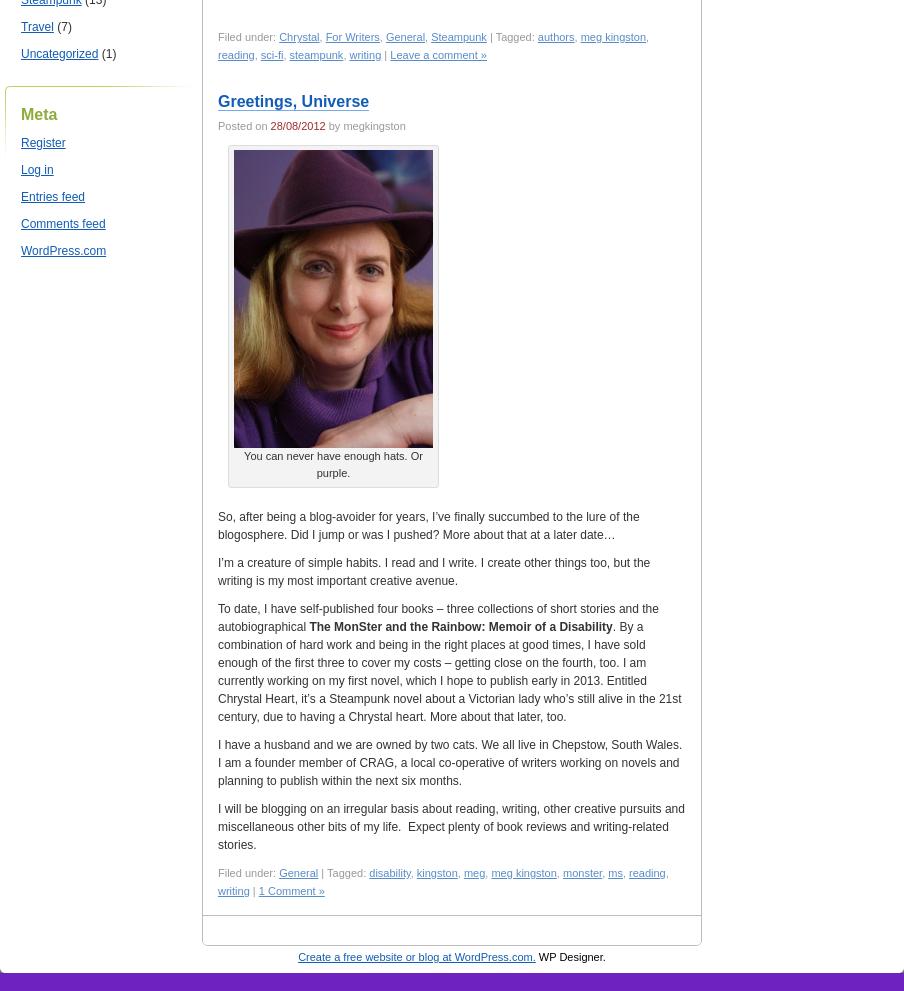  What do you see at coordinates (19, 196) in the screenshot?
I see `'Entries feed'` at bounding box center [19, 196].